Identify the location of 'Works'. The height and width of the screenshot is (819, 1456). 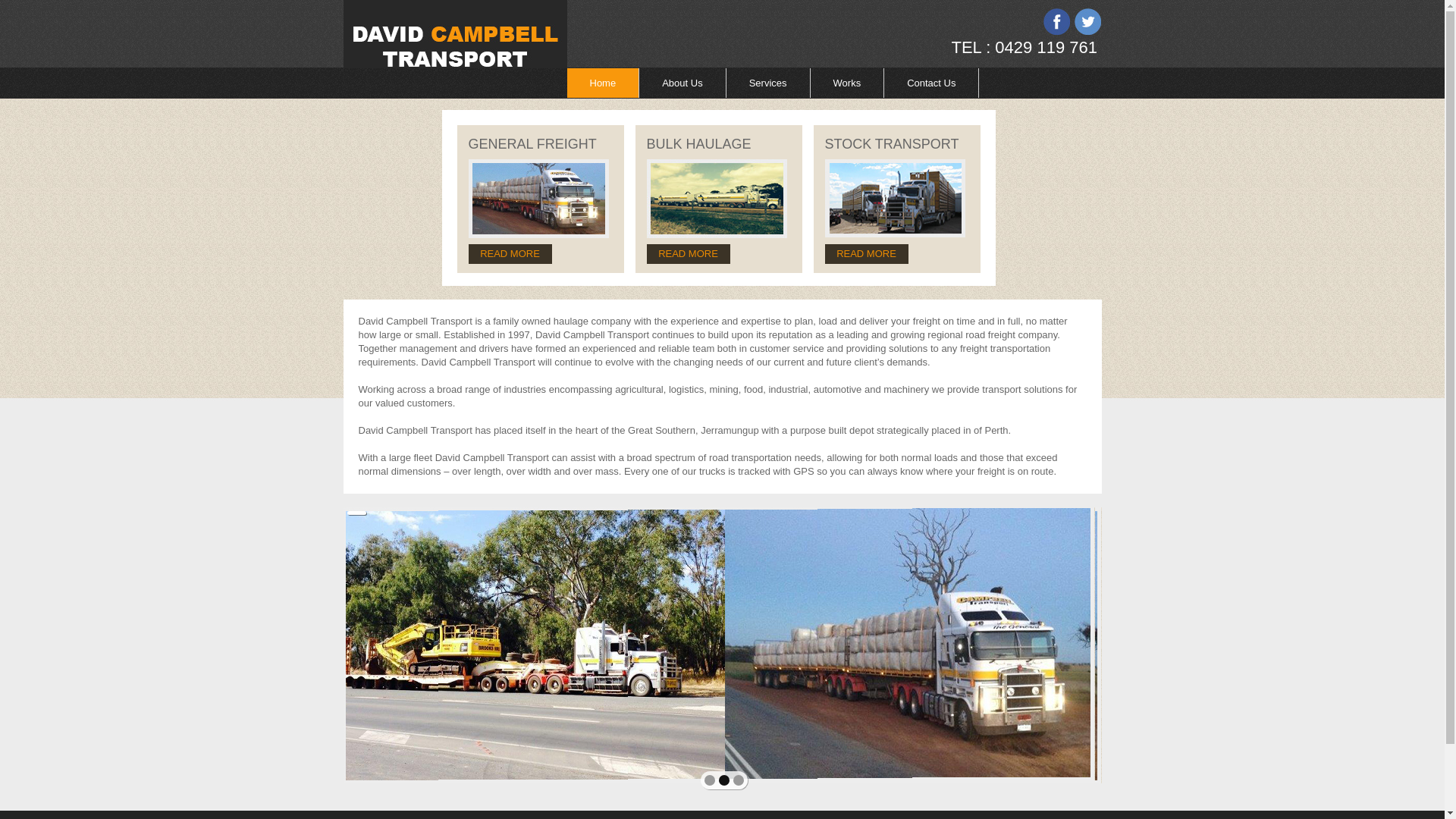
(847, 83).